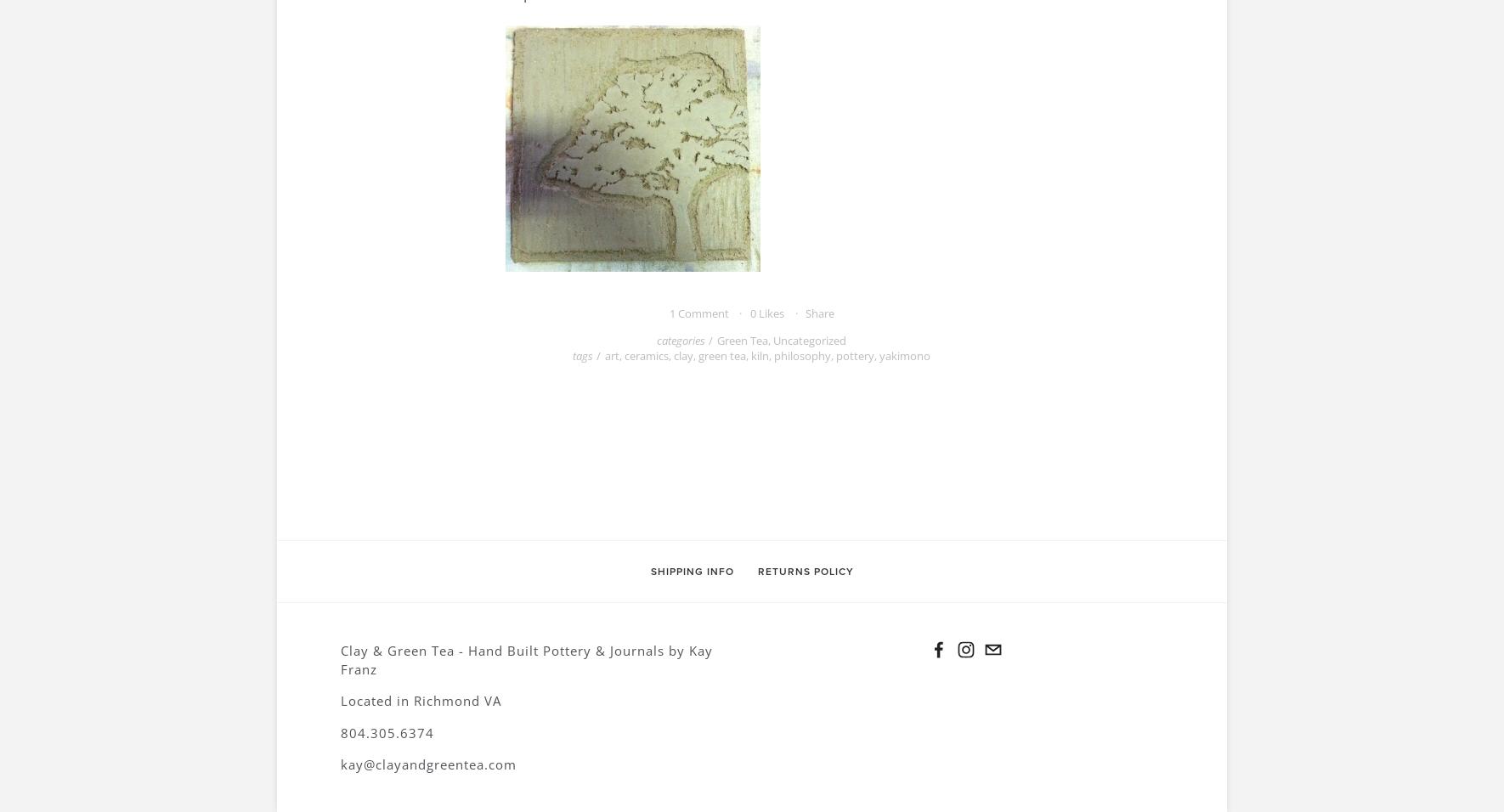 This screenshot has height=812, width=1504. What do you see at coordinates (683, 354) in the screenshot?
I see `'clay'` at bounding box center [683, 354].